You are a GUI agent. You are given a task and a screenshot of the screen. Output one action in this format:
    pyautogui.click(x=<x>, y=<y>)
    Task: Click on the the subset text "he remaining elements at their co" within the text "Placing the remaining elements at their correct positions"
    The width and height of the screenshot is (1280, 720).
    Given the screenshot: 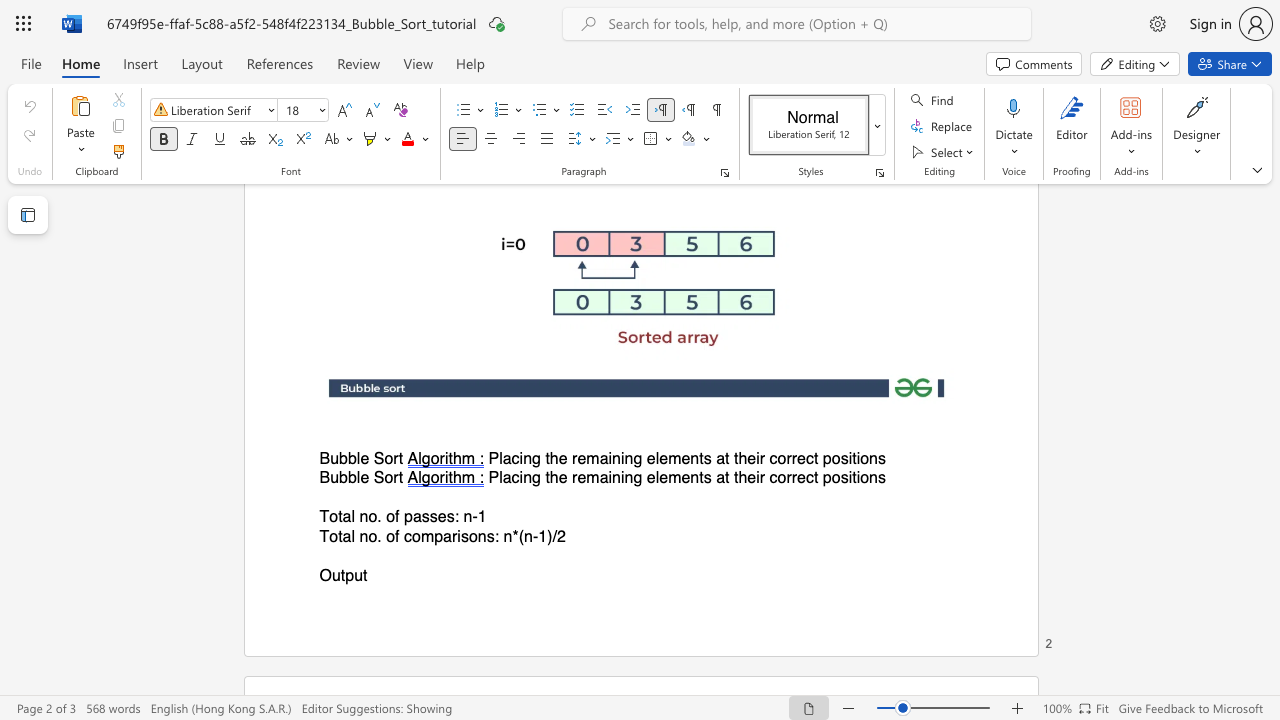 What is the action you would take?
    pyautogui.click(x=549, y=478)
    